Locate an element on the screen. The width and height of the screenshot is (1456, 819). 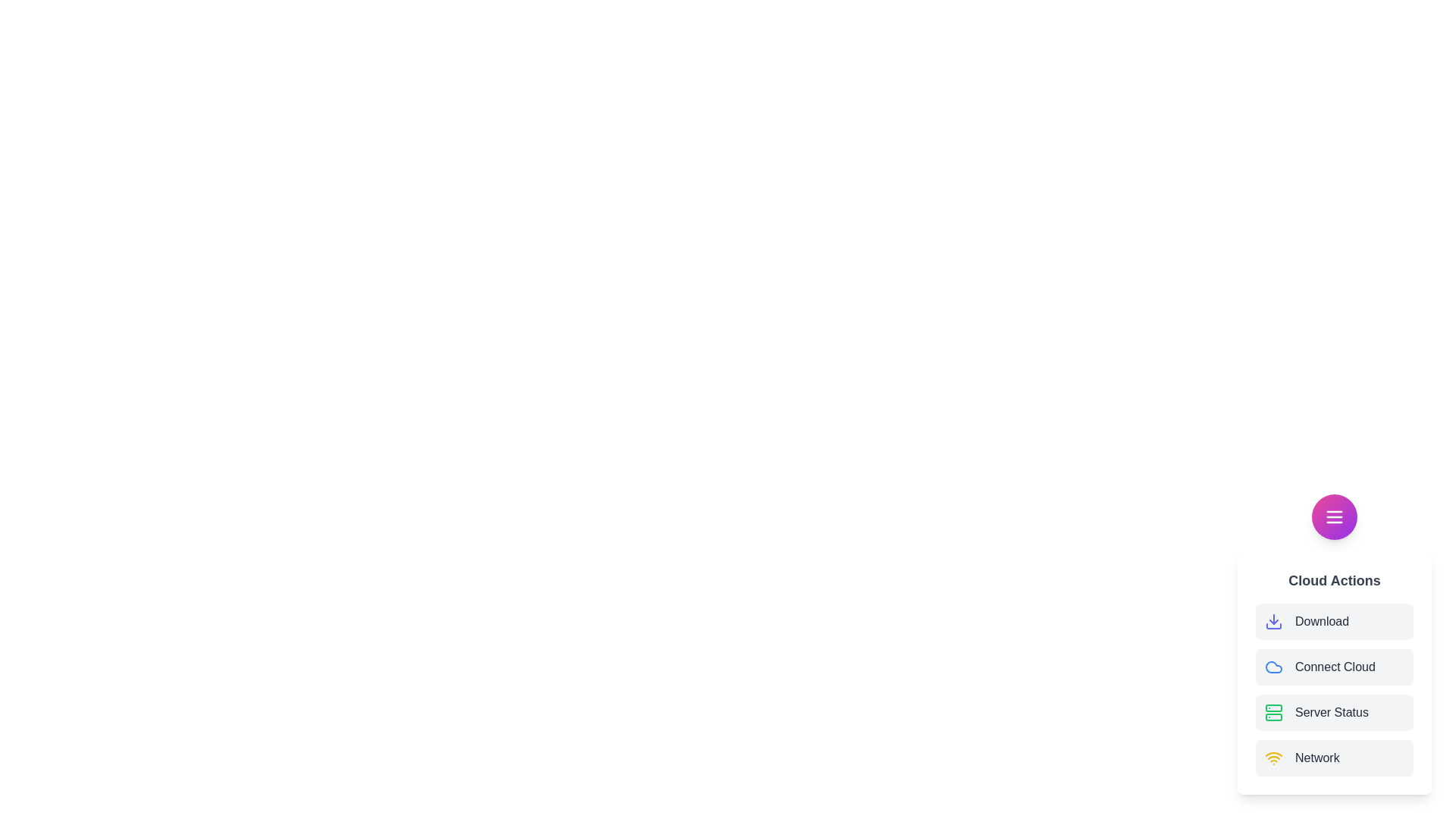
the utility action Server Status from the menu is located at coordinates (1335, 713).